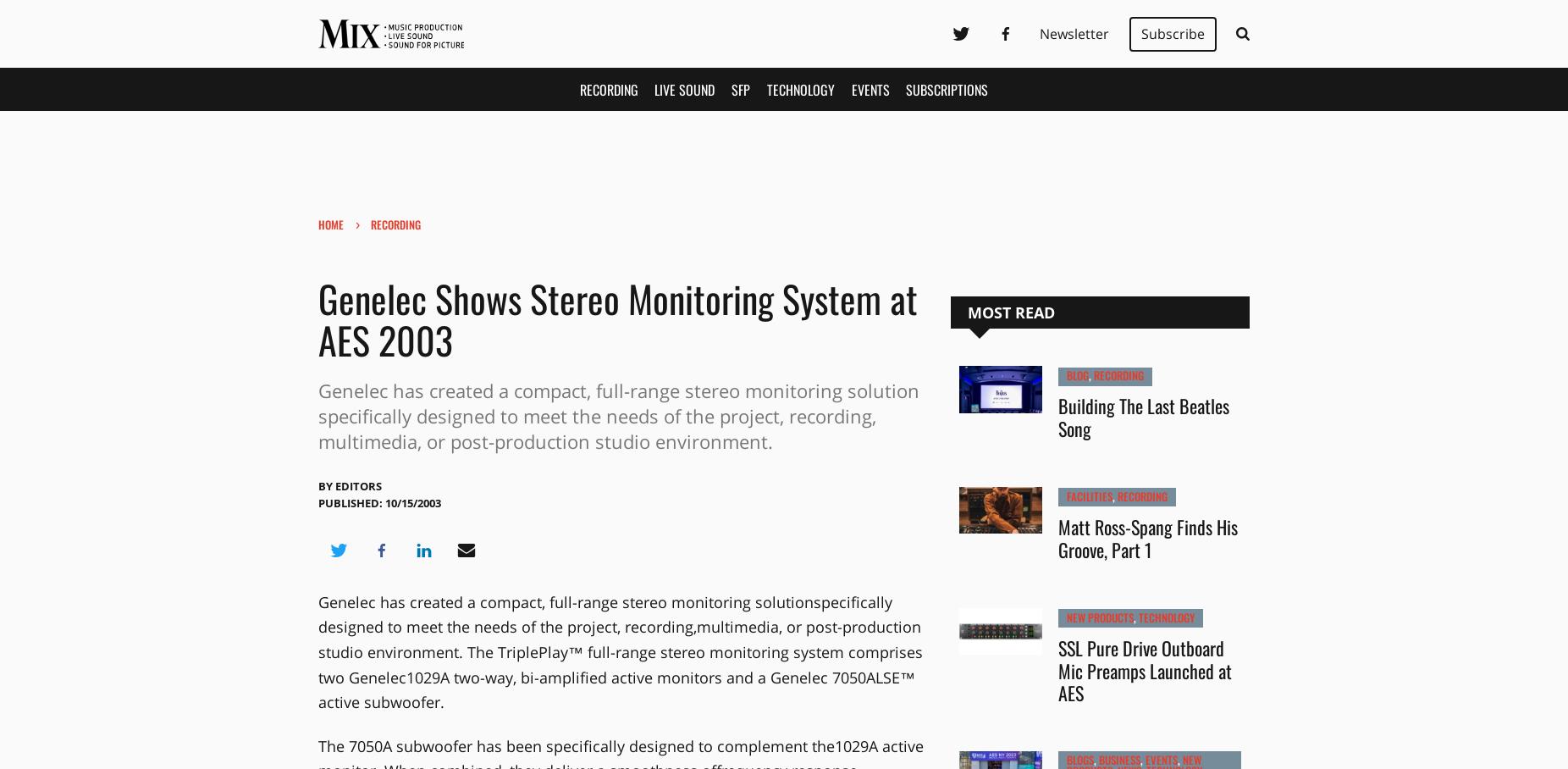  I want to click on 'Newsletter', so click(1074, 34).